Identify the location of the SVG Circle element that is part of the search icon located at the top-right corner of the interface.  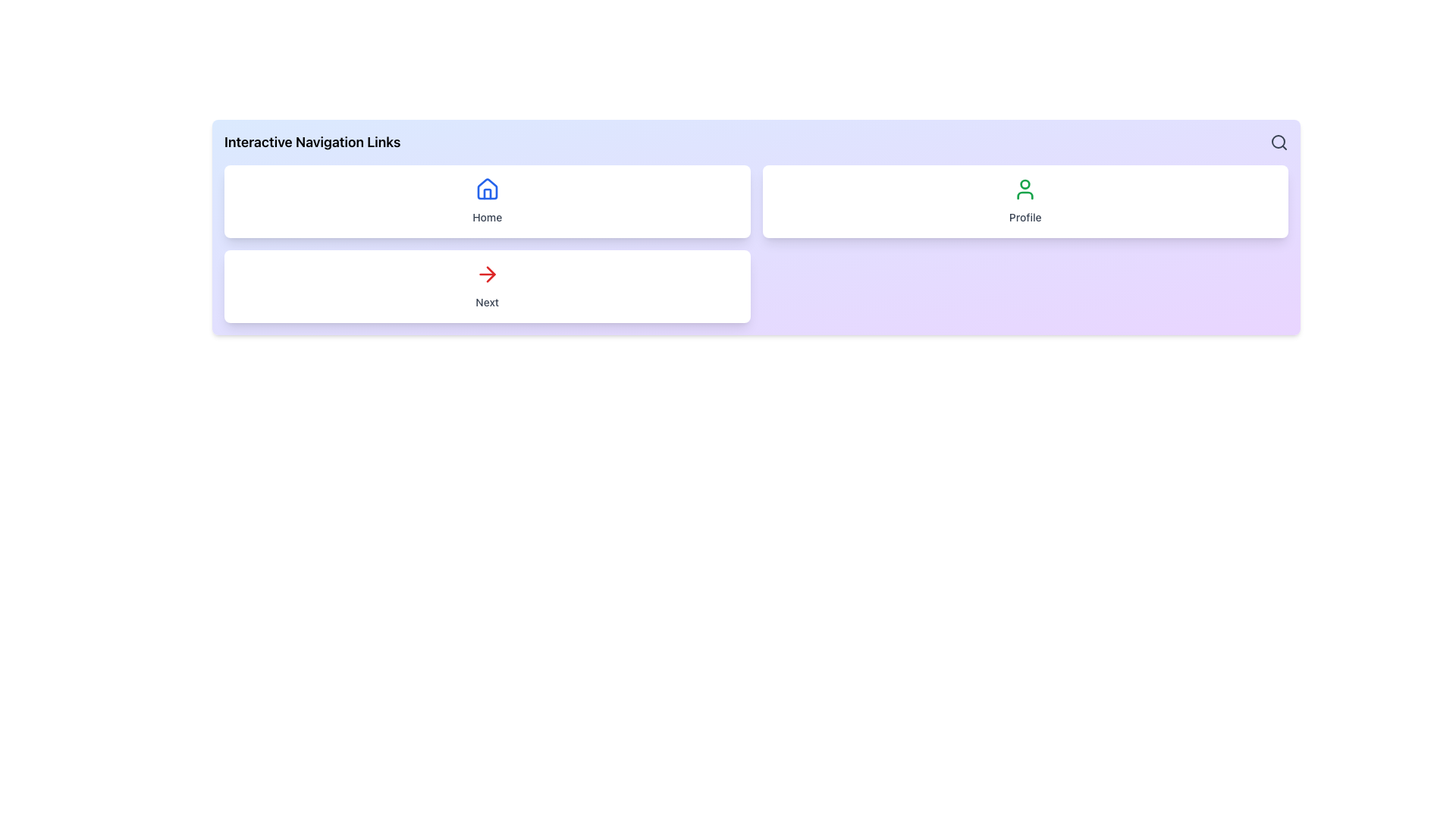
(1277, 141).